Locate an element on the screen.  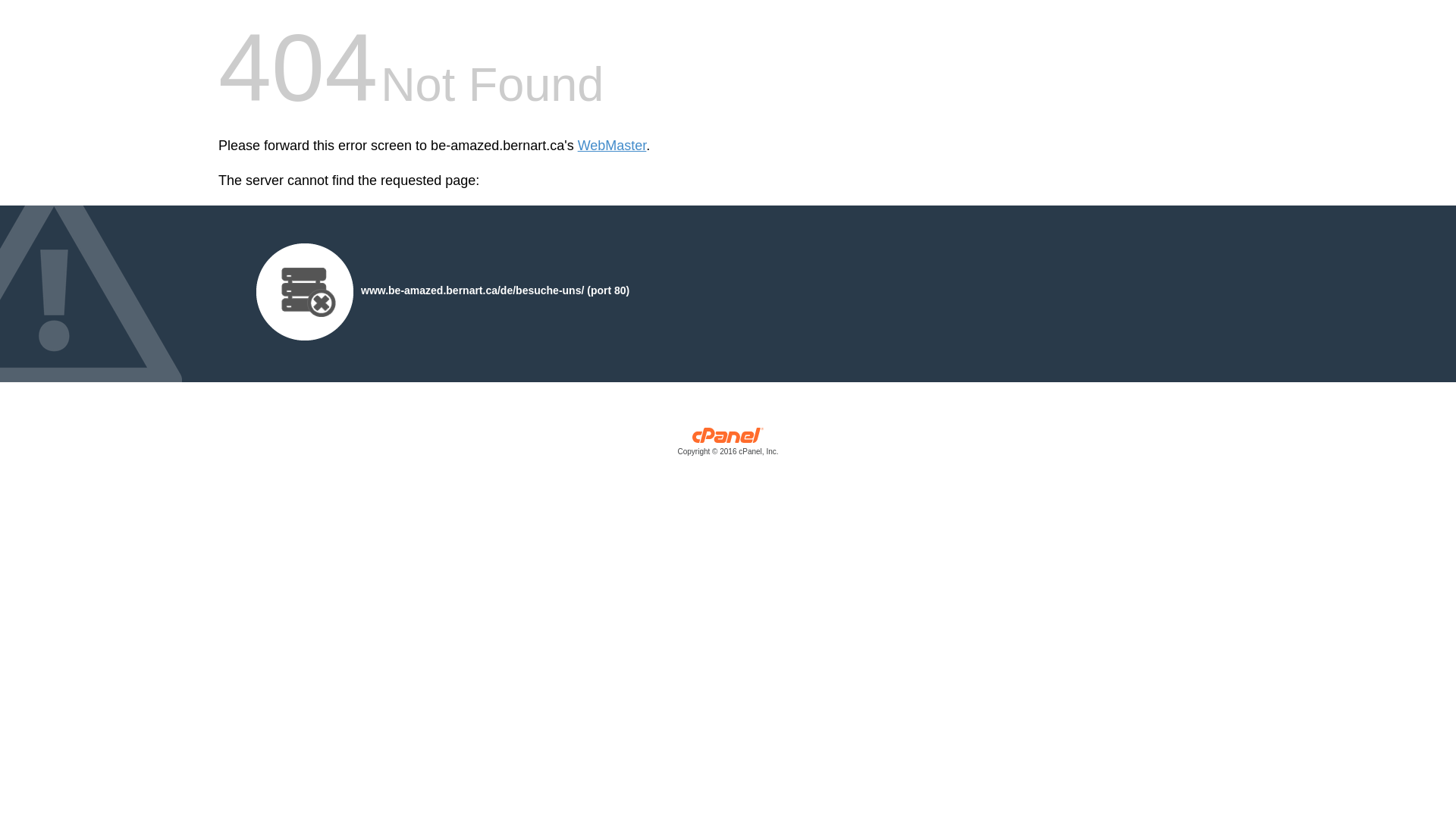
'WebMaster' is located at coordinates (577, 146).